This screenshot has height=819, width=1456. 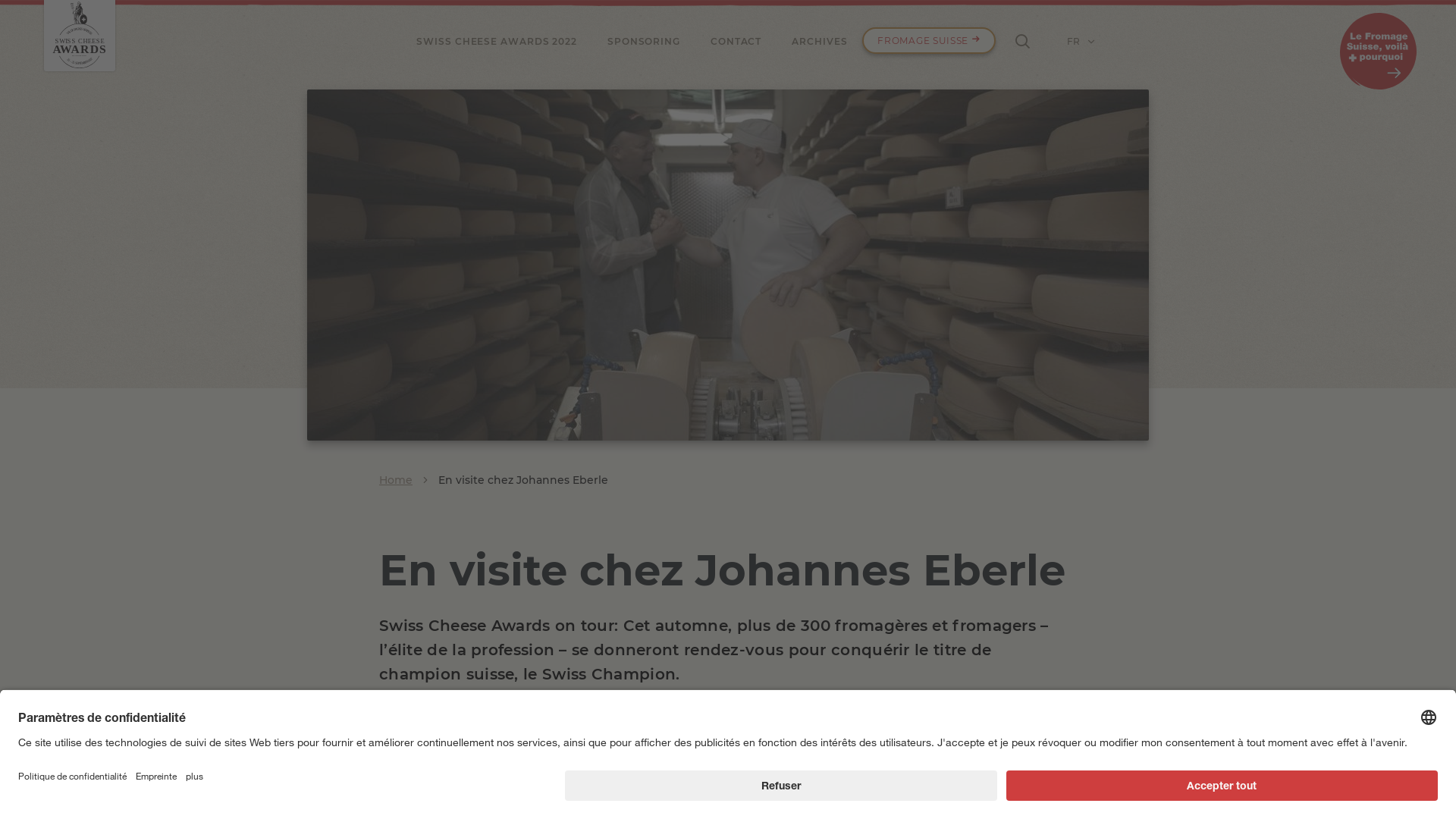 What do you see at coordinates (818, 40) in the screenshot?
I see `'ARCHIVES'` at bounding box center [818, 40].